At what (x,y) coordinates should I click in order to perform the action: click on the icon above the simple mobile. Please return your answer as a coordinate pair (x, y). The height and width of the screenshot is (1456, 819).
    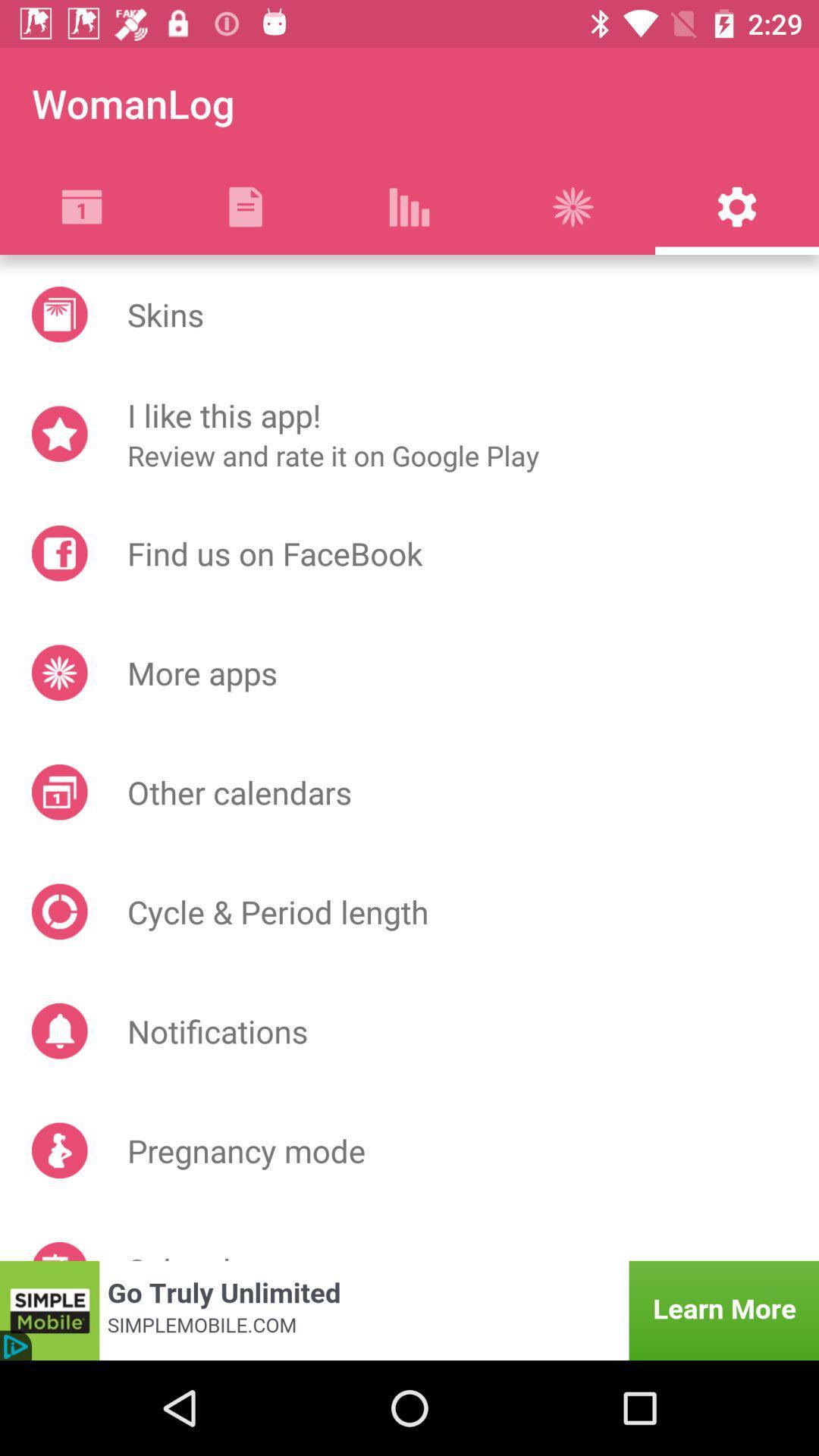
    Looking at the image, I should click on (58, 1251).